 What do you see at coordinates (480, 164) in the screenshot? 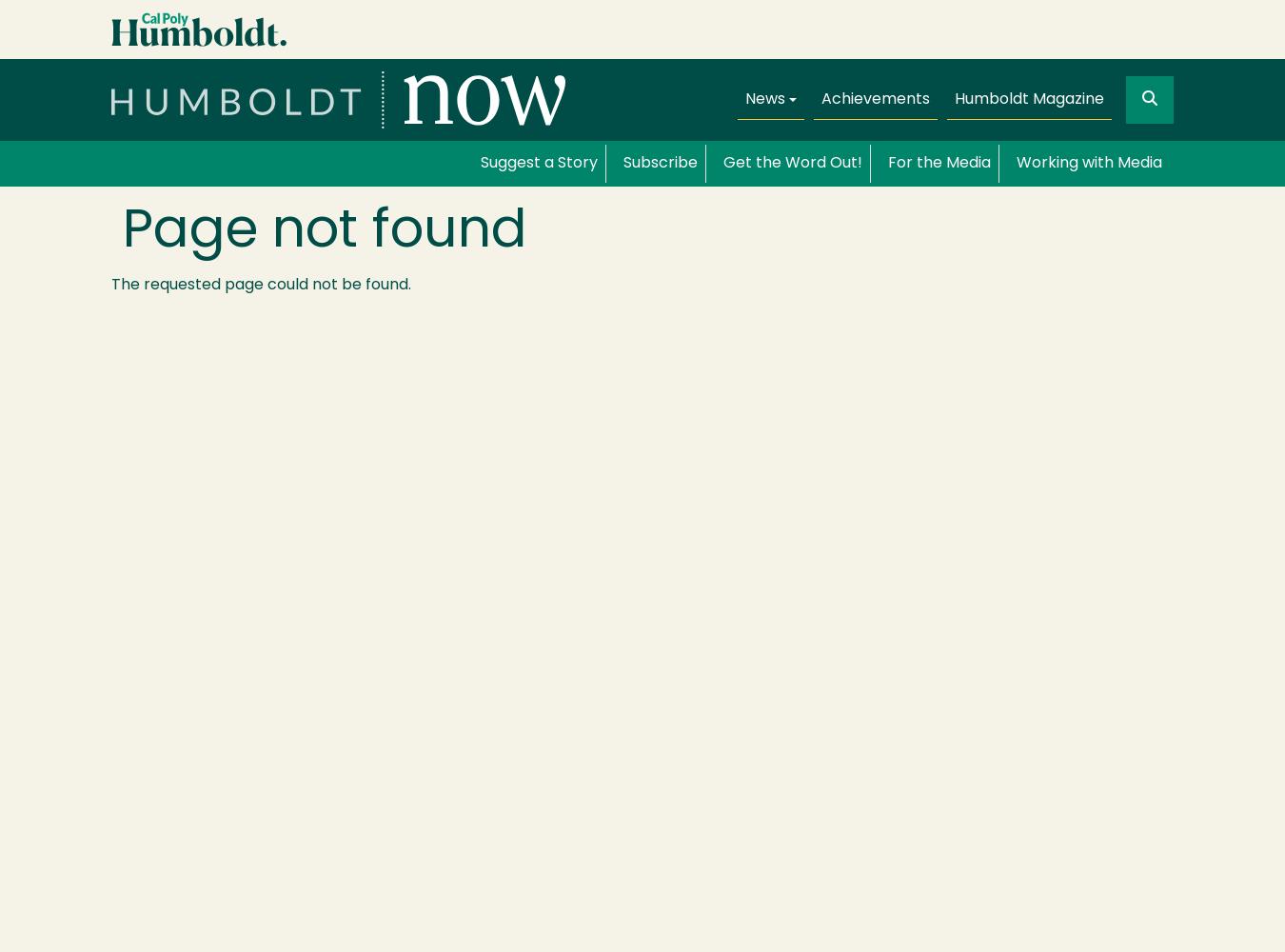
I see `'Suggest a Story'` at bounding box center [480, 164].